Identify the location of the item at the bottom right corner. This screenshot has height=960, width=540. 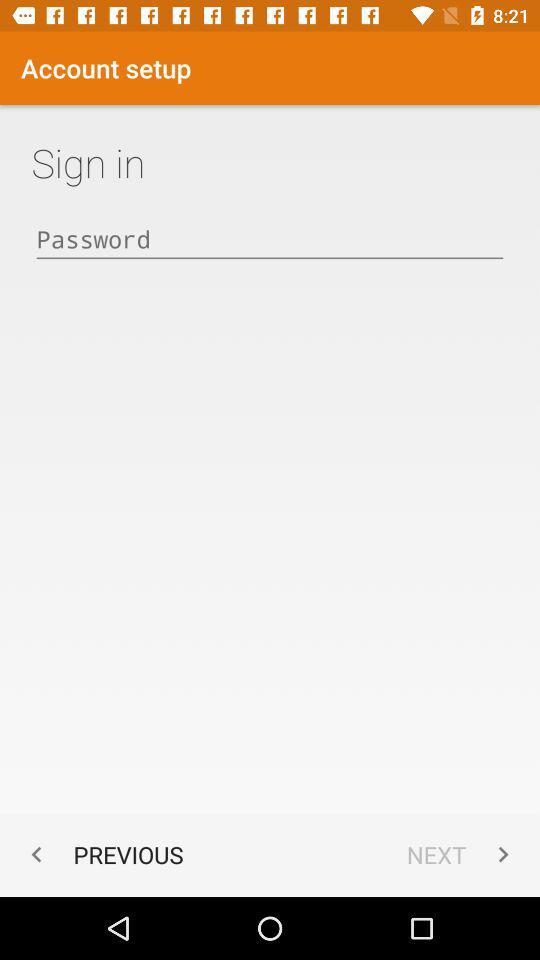
(462, 853).